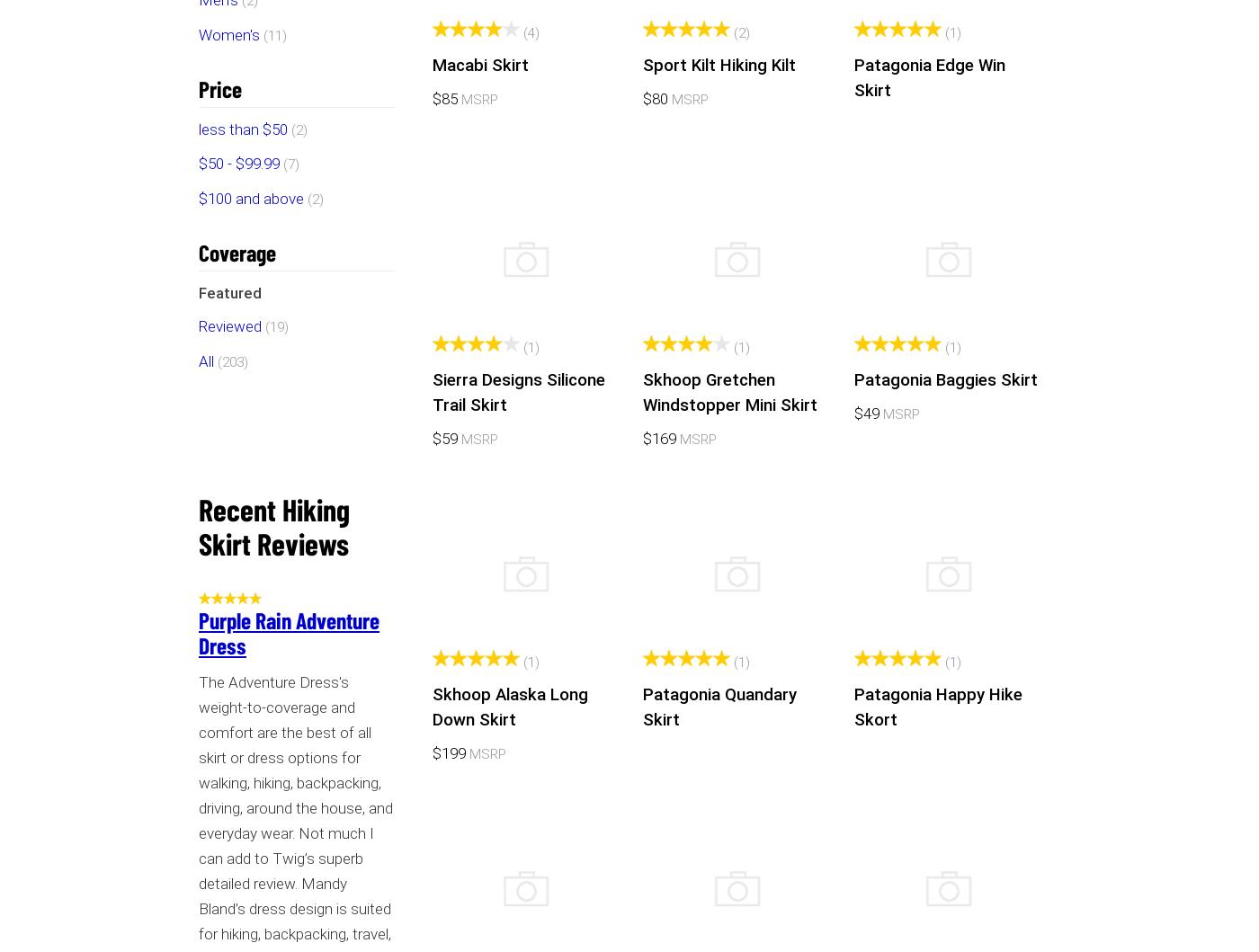  I want to click on 'Purple Rain Adventure Dress', so click(288, 632).